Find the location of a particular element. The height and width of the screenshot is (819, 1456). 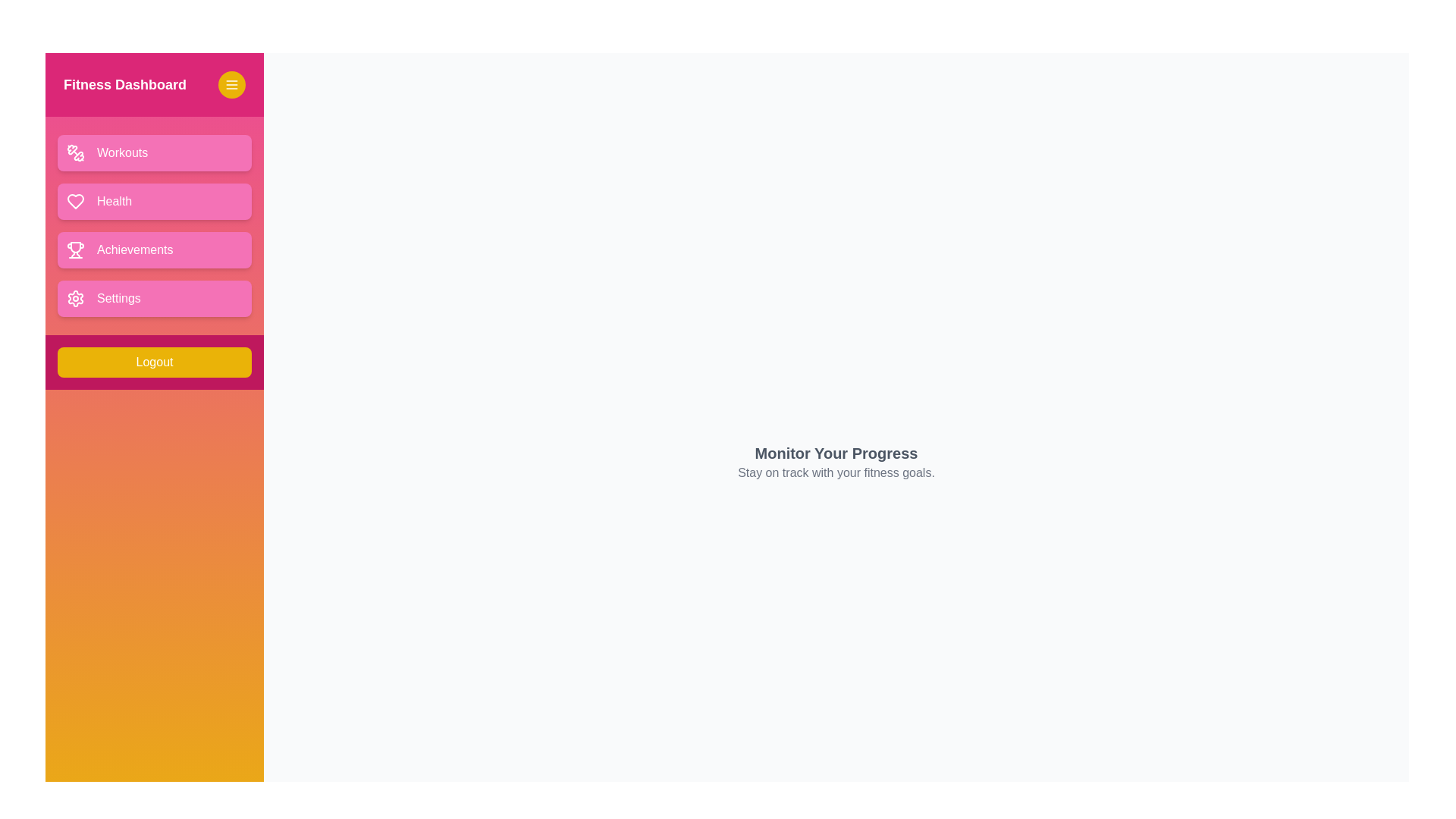

the 'Achievements' button is located at coordinates (154, 249).